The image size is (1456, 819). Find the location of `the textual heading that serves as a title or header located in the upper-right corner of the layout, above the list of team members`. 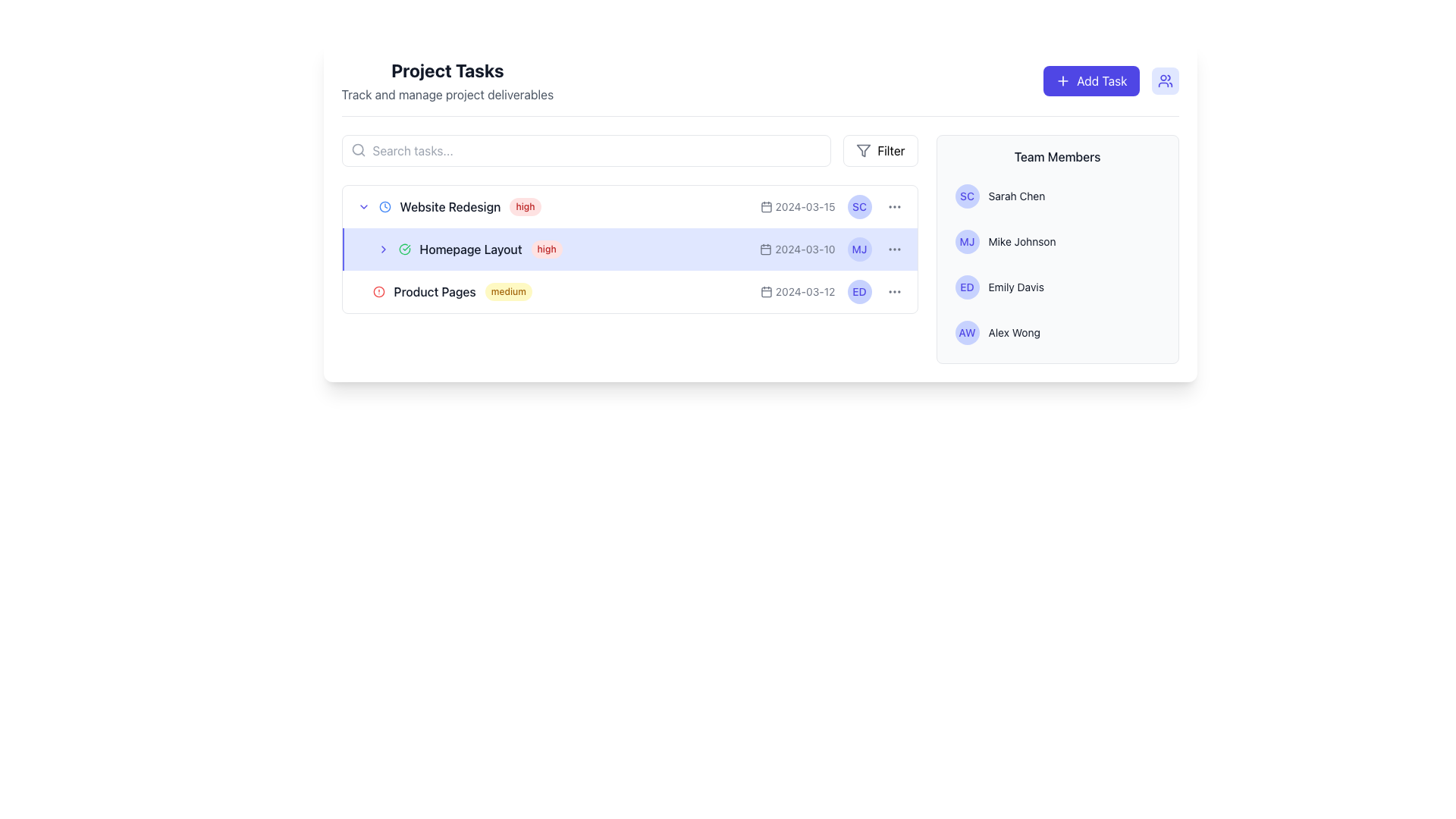

the textual heading that serves as a title or header located in the upper-right corner of the layout, above the list of team members is located at coordinates (1056, 157).